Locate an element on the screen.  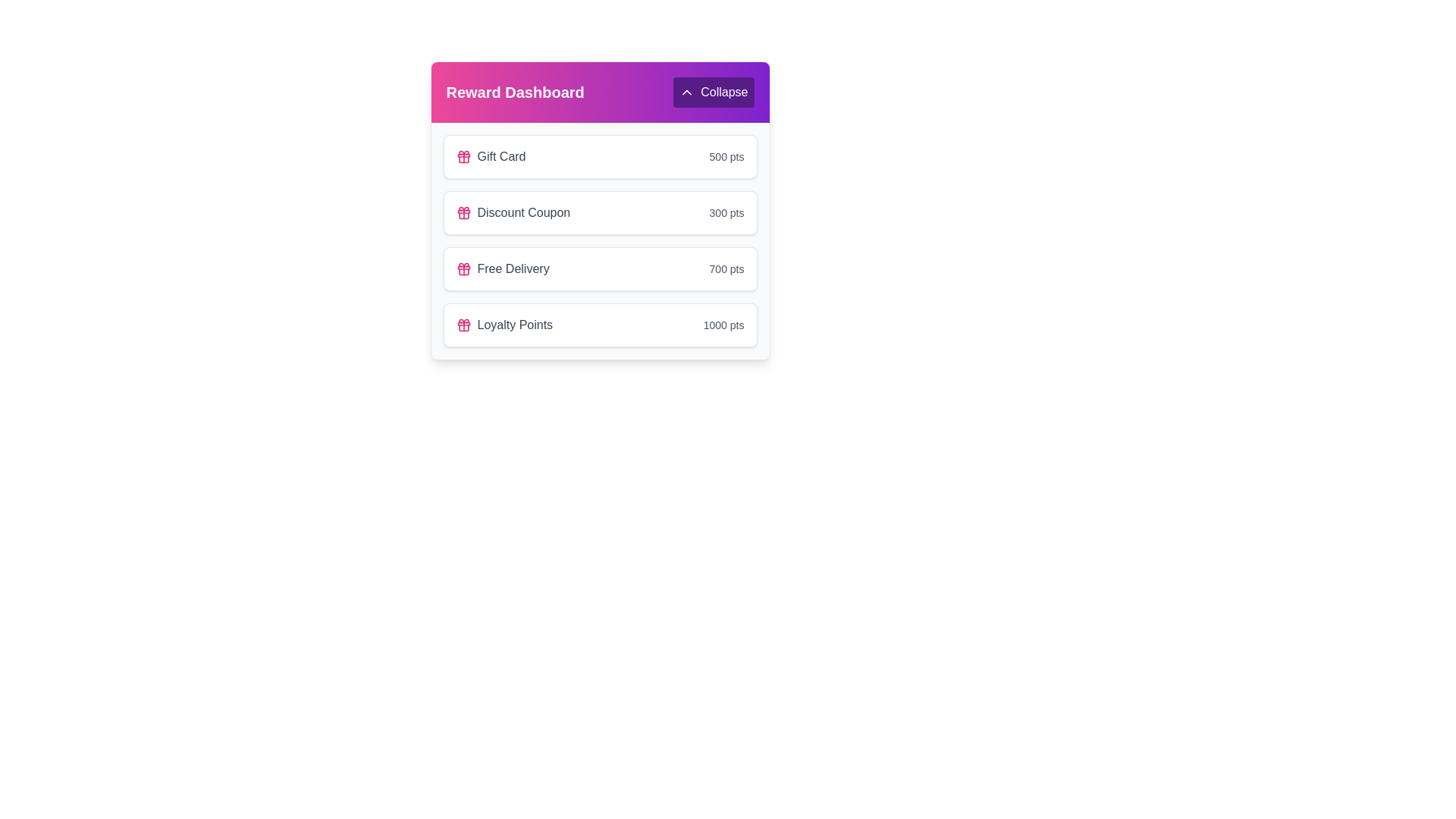
the upward-pointing chevron icon within the purple button on the top-right corner of the reward dashboard is located at coordinates (686, 93).